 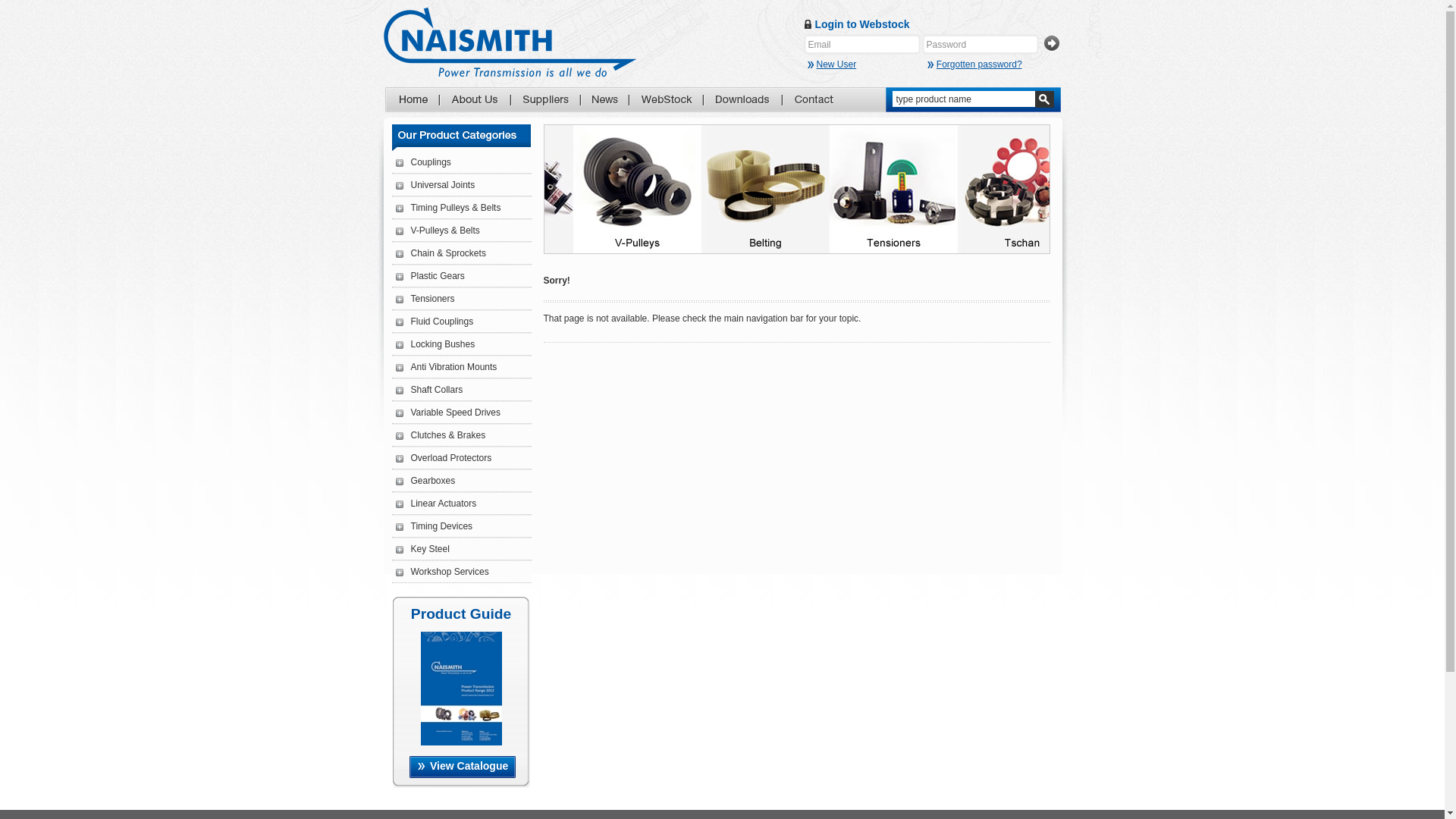 What do you see at coordinates (447, 412) in the screenshot?
I see `'Variable Speed Drives'` at bounding box center [447, 412].